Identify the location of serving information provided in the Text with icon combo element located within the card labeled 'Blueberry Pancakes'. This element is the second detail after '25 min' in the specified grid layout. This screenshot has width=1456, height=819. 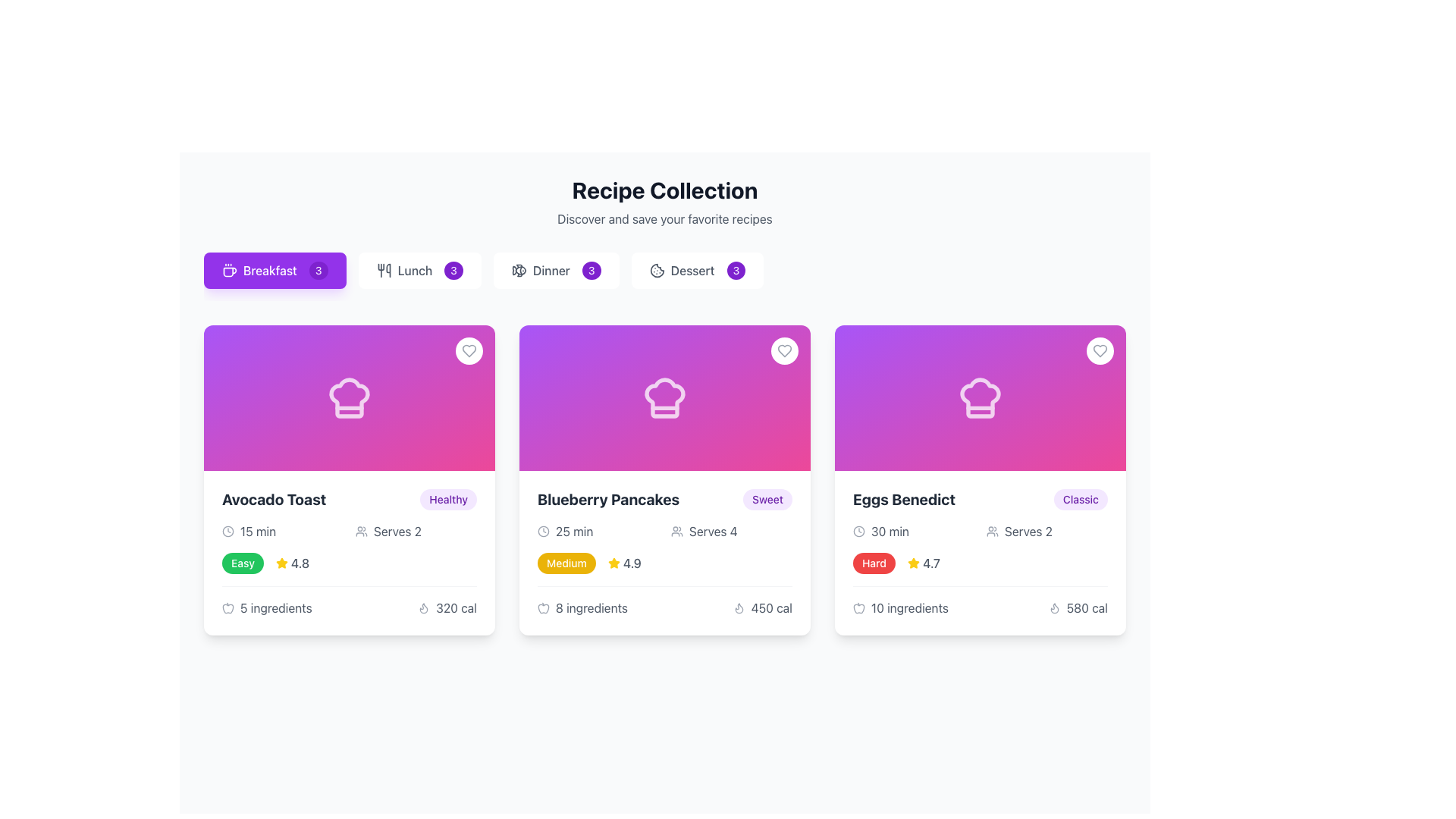
(731, 531).